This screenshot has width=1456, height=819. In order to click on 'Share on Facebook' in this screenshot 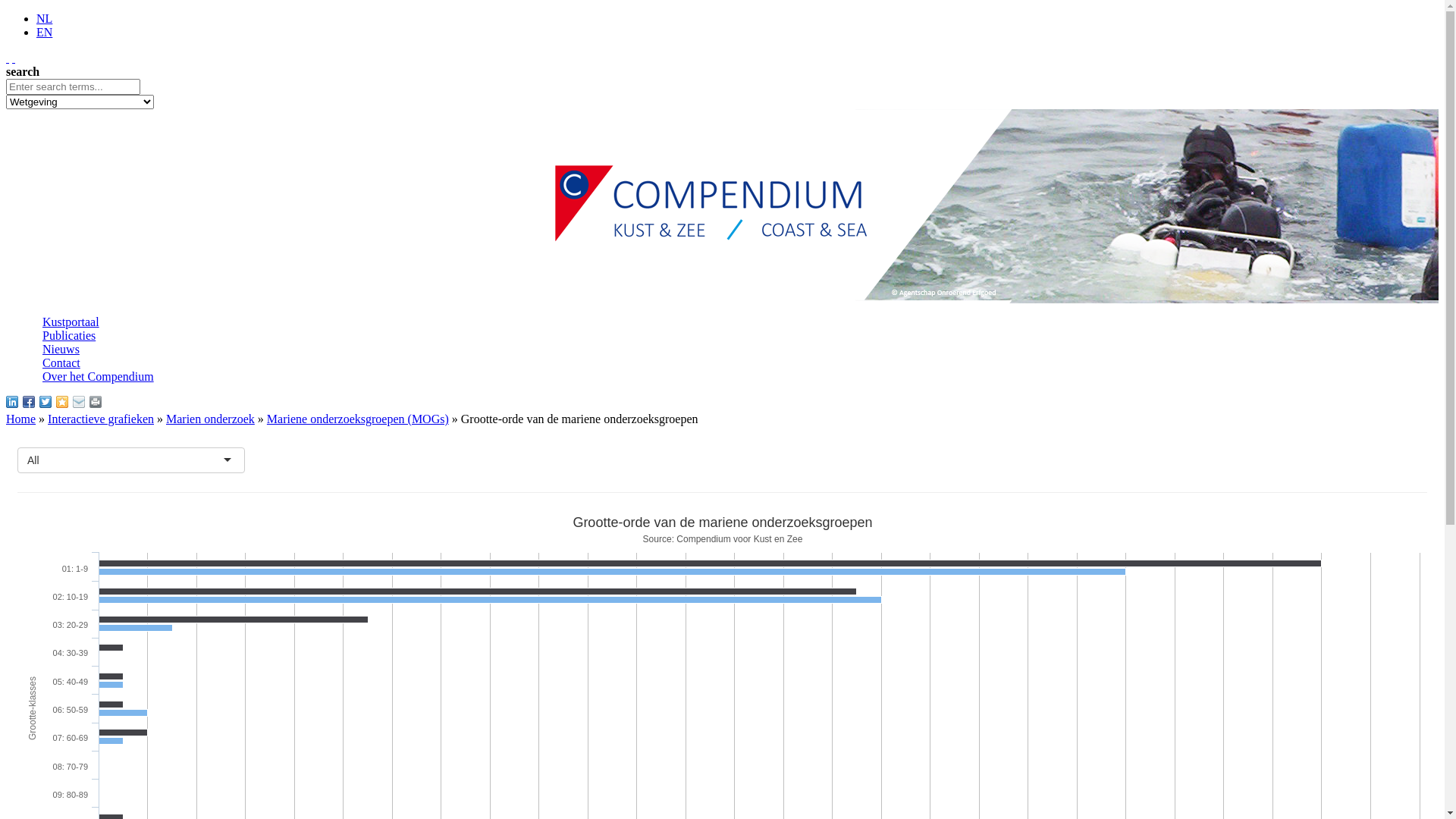, I will do `click(29, 400)`.